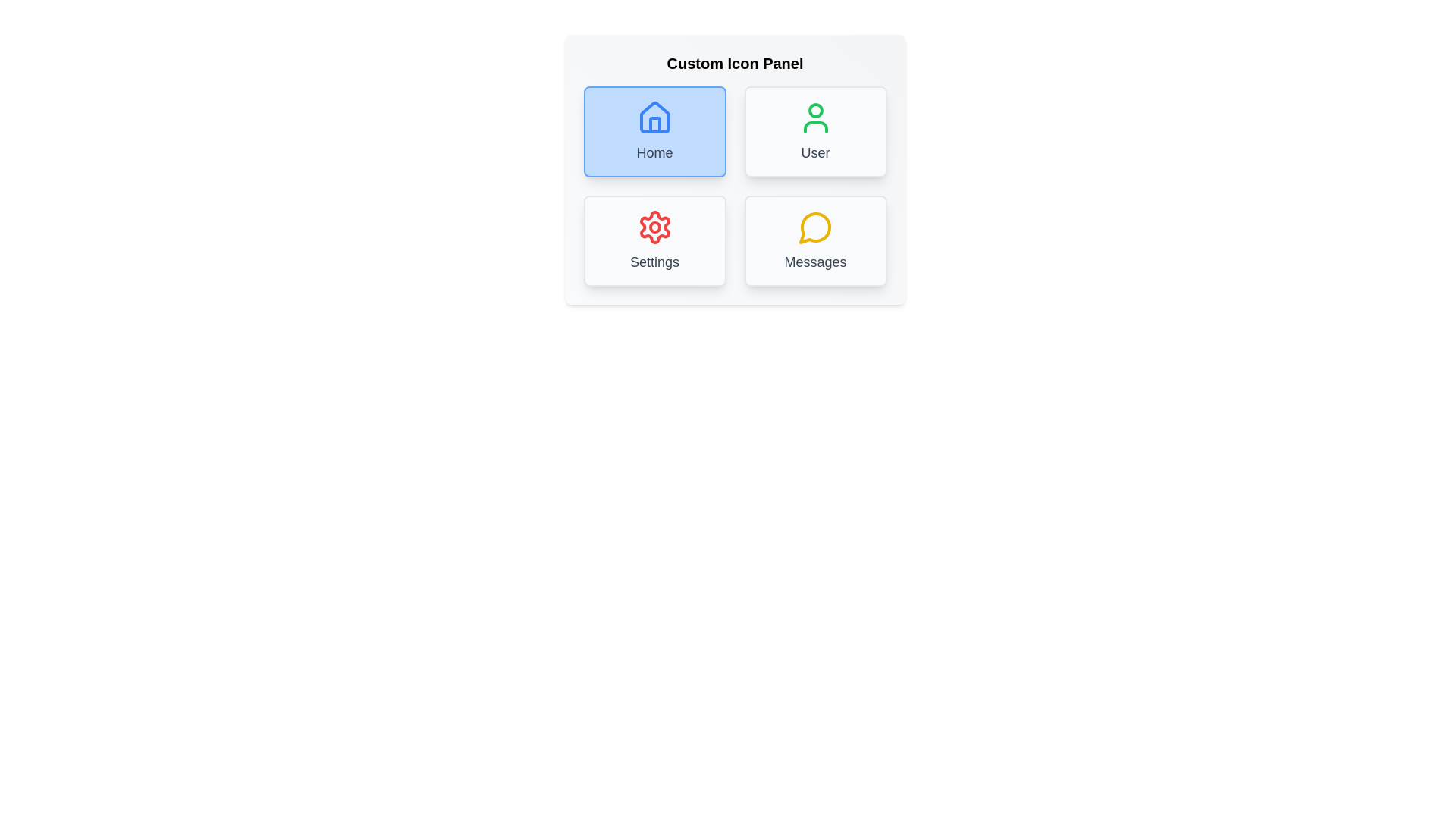  What do you see at coordinates (654, 240) in the screenshot?
I see `the Settings icon to observe its hover effect` at bounding box center [654, 240].